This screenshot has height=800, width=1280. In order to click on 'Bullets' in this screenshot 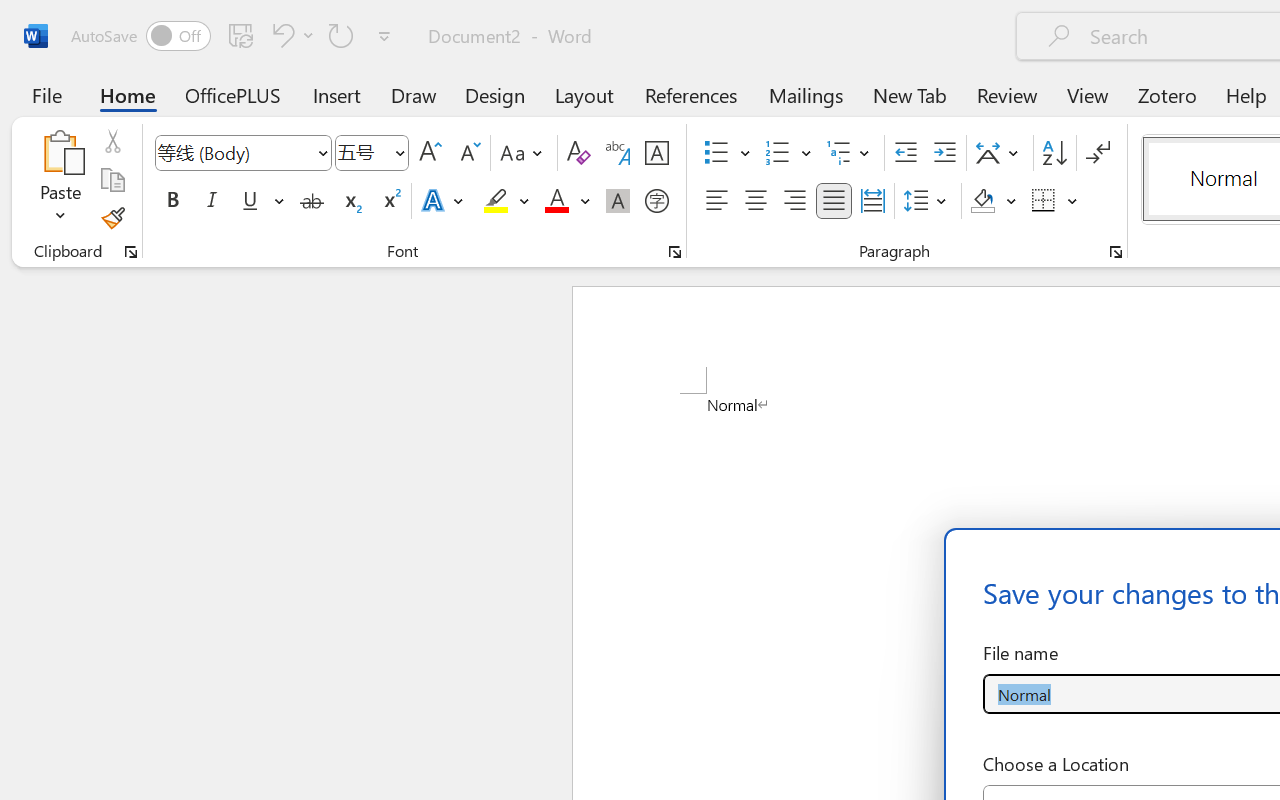, I will do `click(716, 153)`.